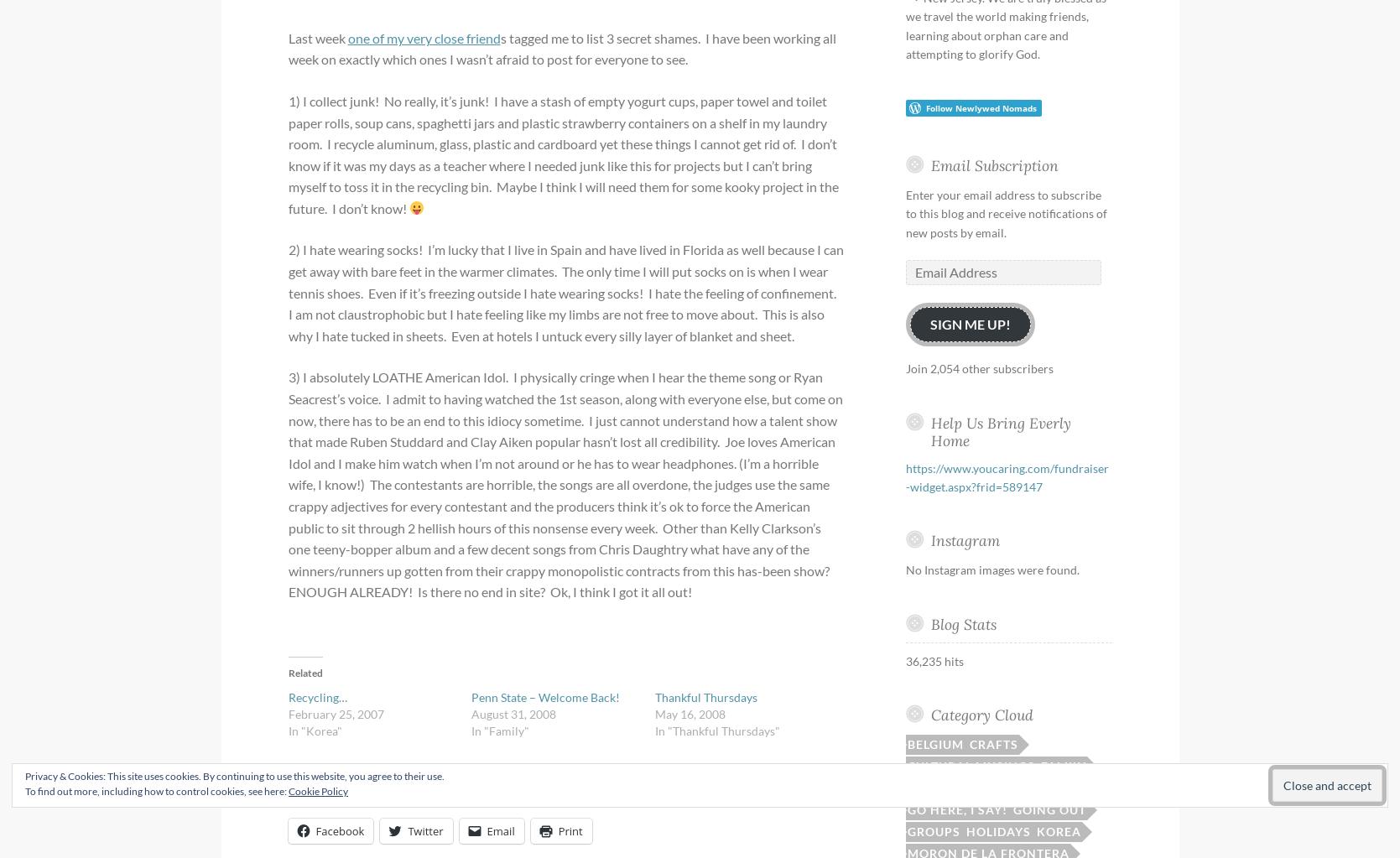 The image size is (1400, 858). Describe the element at coordinates (992, 164) in the screenshot. I see `'Email Subscription'` at that location.